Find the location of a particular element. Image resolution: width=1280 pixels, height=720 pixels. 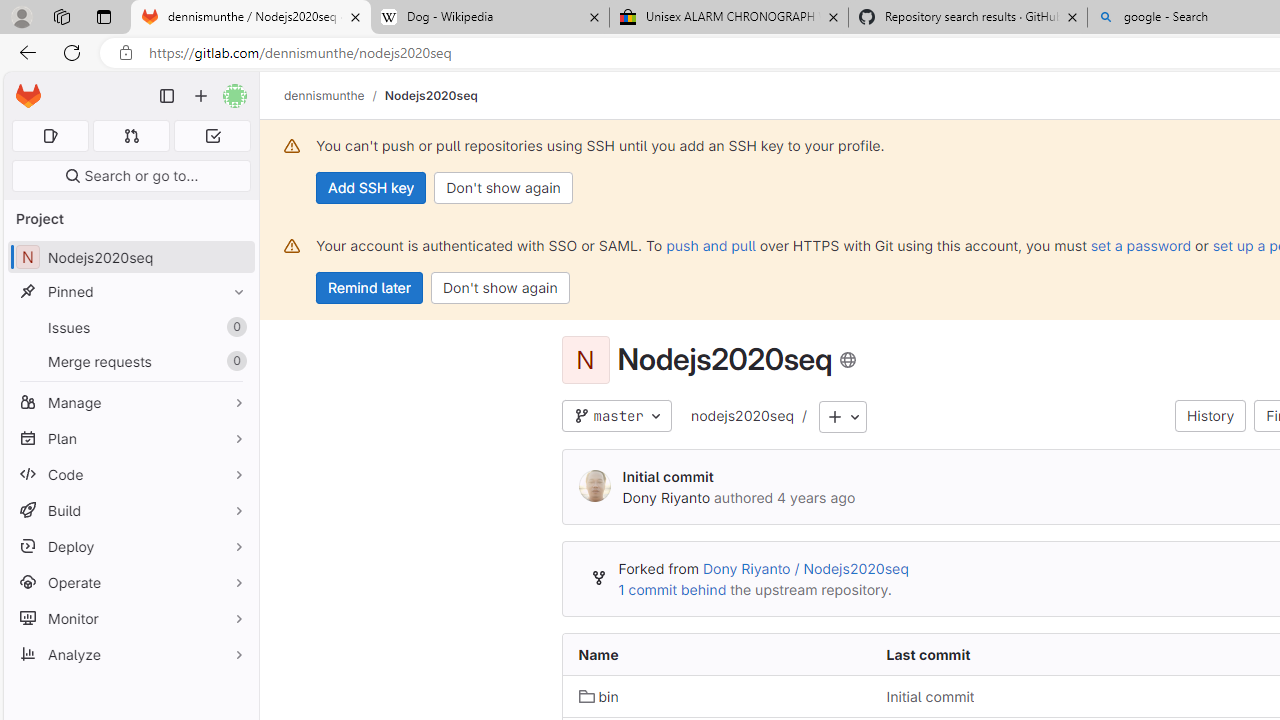

'Assigned issues 0' is located at coordinates (50, 135).